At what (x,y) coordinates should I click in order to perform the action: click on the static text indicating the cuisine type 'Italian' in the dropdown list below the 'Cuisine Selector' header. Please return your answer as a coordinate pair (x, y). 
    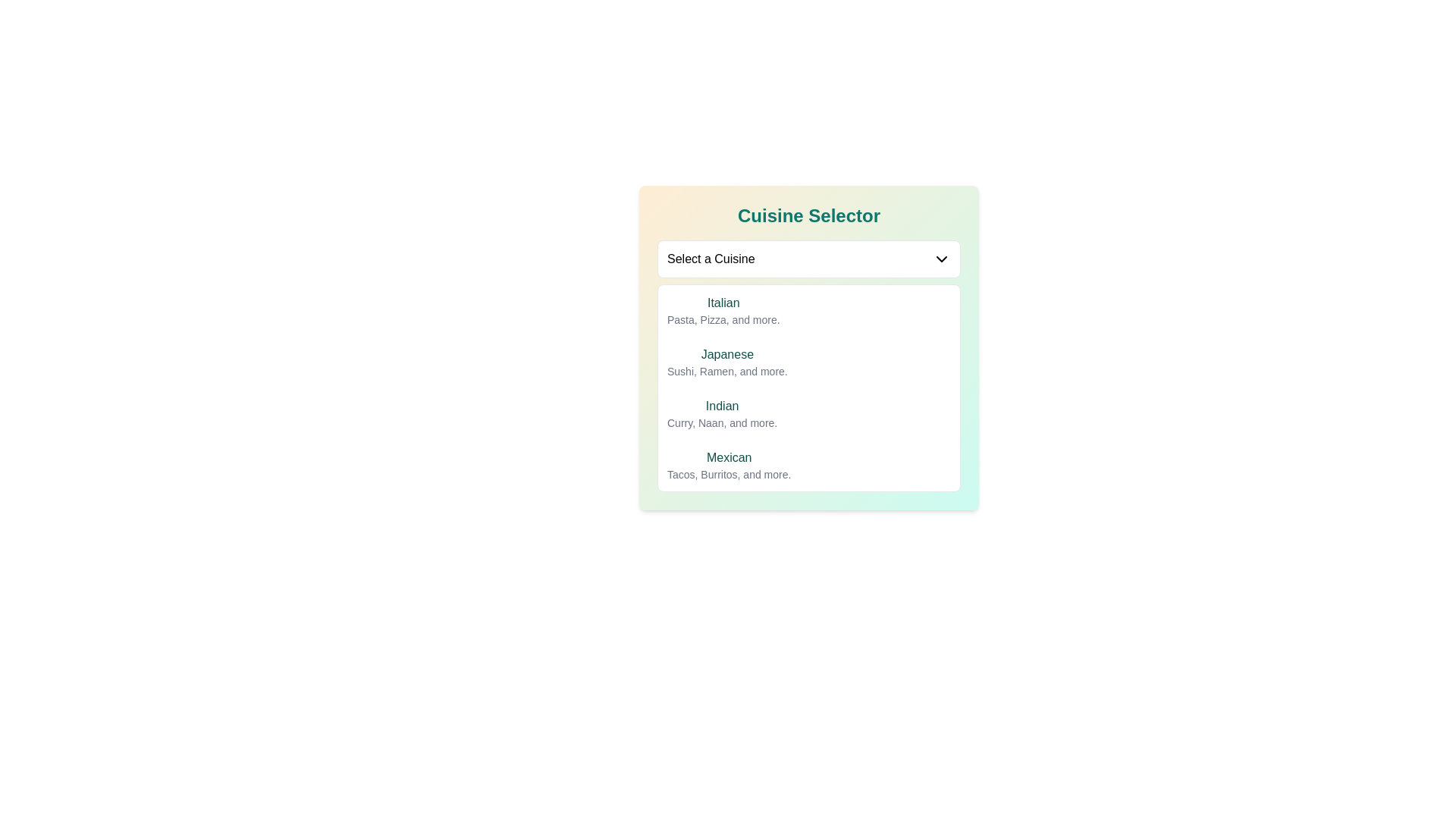
    Looking at the image, I should click on (723, 303).